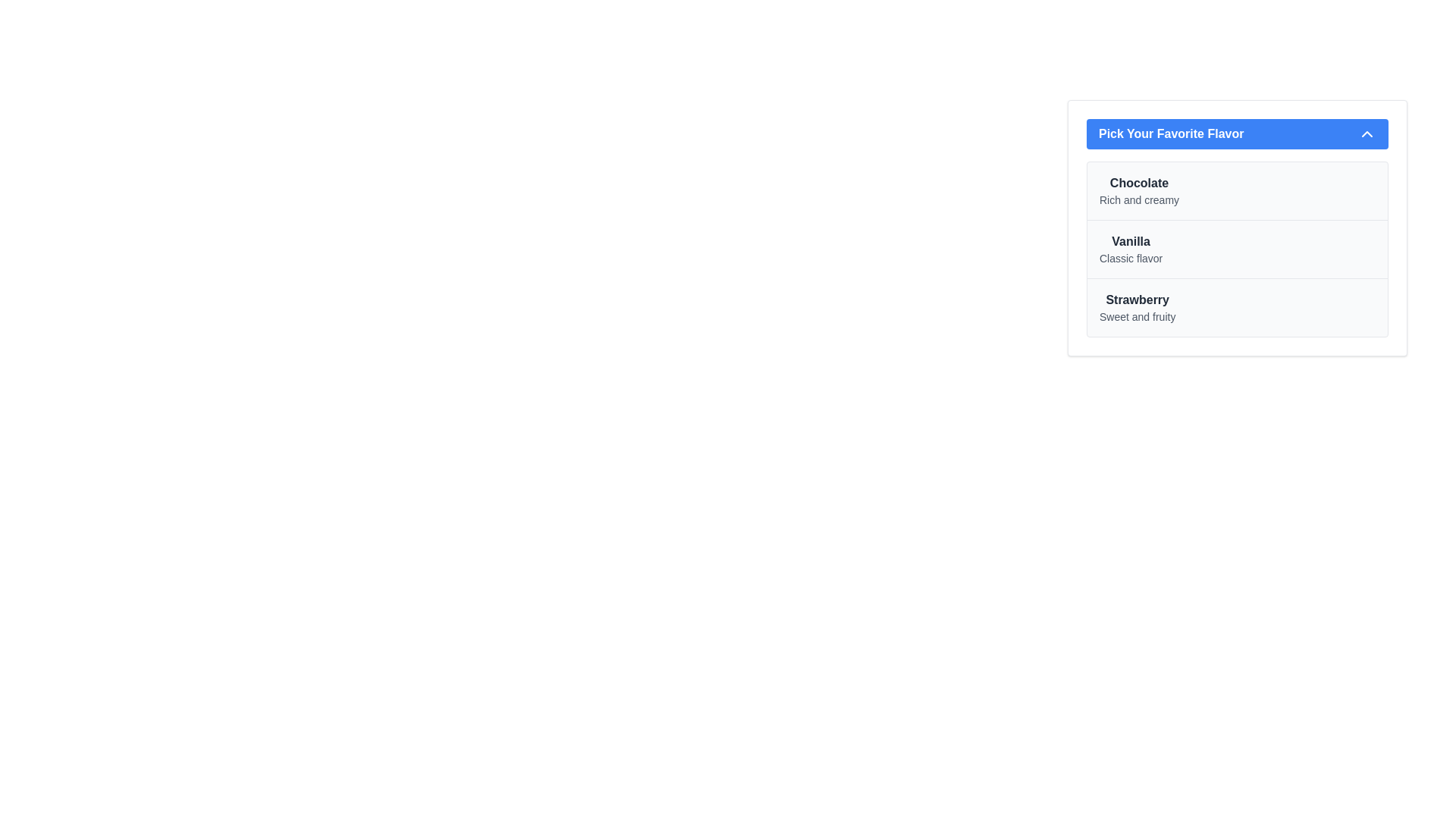  What do you see at coordinates (1131, 248) in the screenshot?
I see `the 'Vanilla' text label in the dropdown menu 'Pick Your Favorite Flavor', which is styled prominently and bold, and is positioned below the 'Chocolate' option` at bounding box center [1131, 248].